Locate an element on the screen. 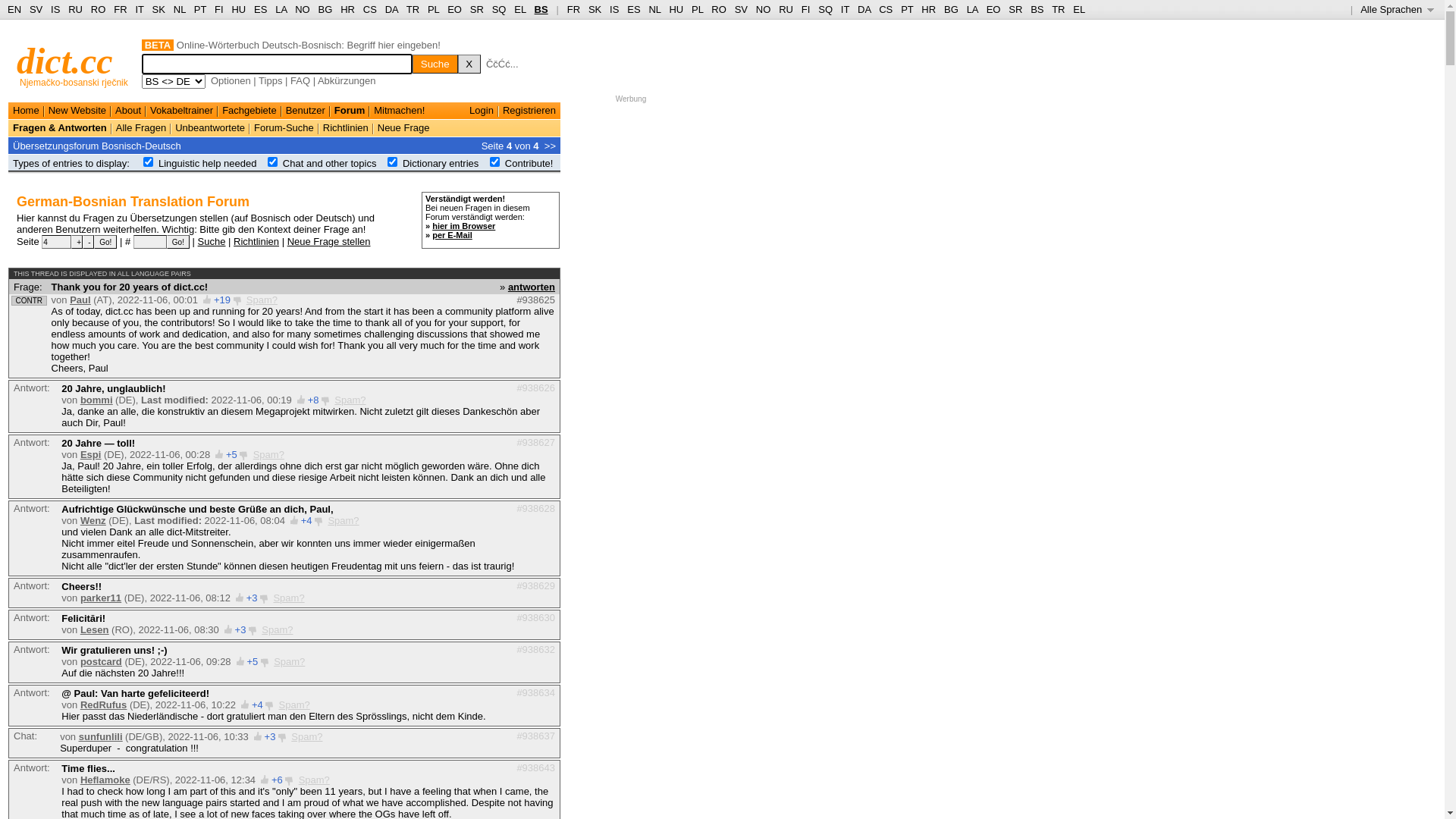 This screenshot has height=819, width=1456. 'Forum' is located at coordinates (348, 109).